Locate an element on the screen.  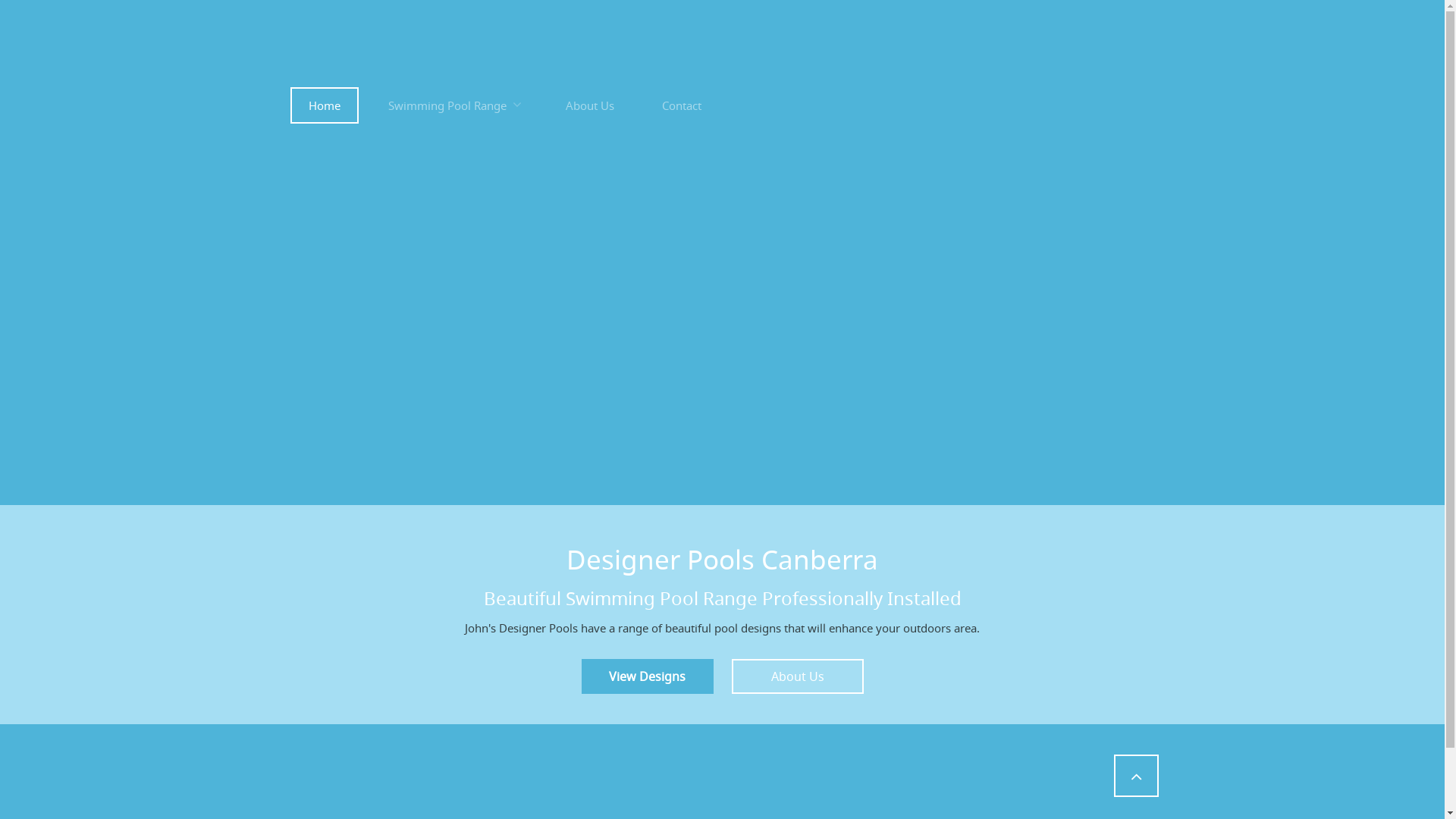
'Home' is located at coordinates (323, 104).